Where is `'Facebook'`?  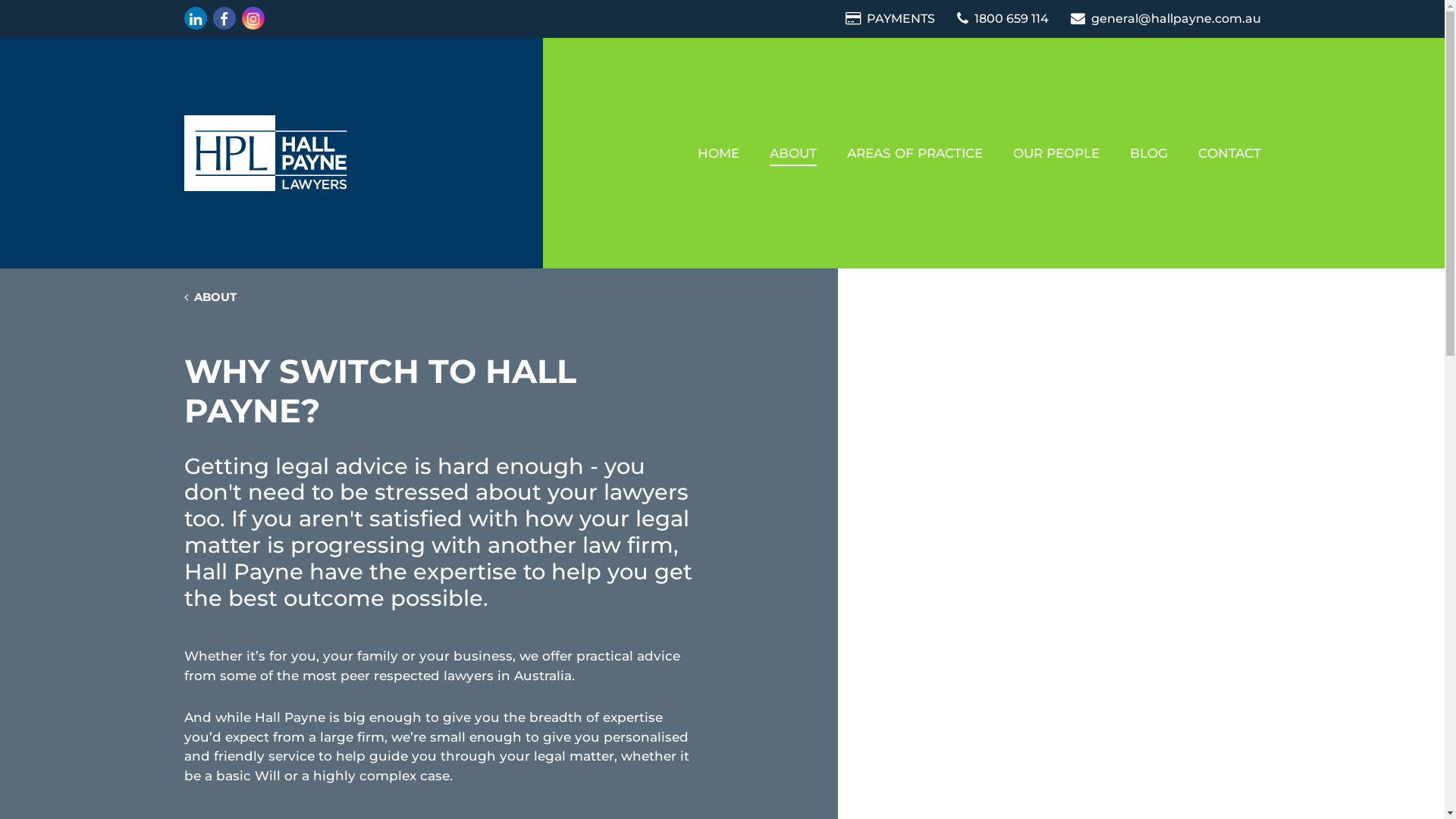 'Facebook' is located at coordinates (222, 17).